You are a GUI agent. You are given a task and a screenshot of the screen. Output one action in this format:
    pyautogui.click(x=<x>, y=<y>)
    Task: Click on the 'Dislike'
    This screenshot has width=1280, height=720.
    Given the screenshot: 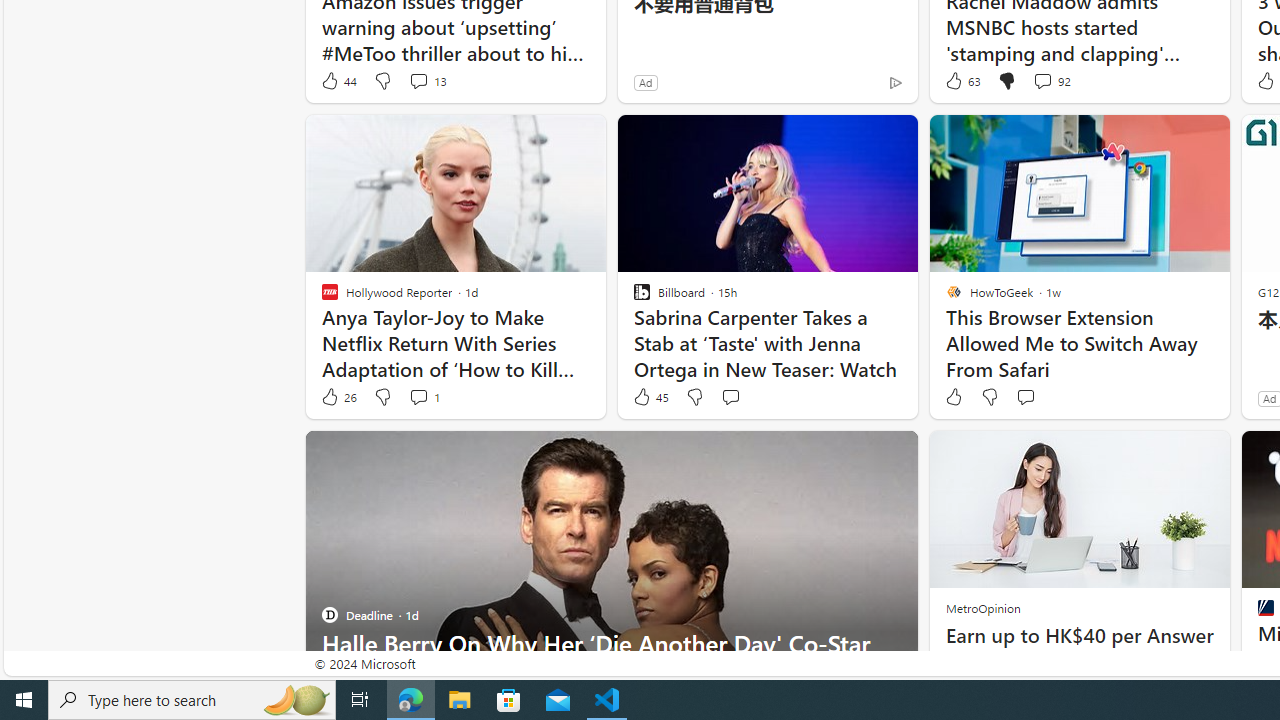 What is the action you would take?
    pyautogui.click(x=990, y=397)
    